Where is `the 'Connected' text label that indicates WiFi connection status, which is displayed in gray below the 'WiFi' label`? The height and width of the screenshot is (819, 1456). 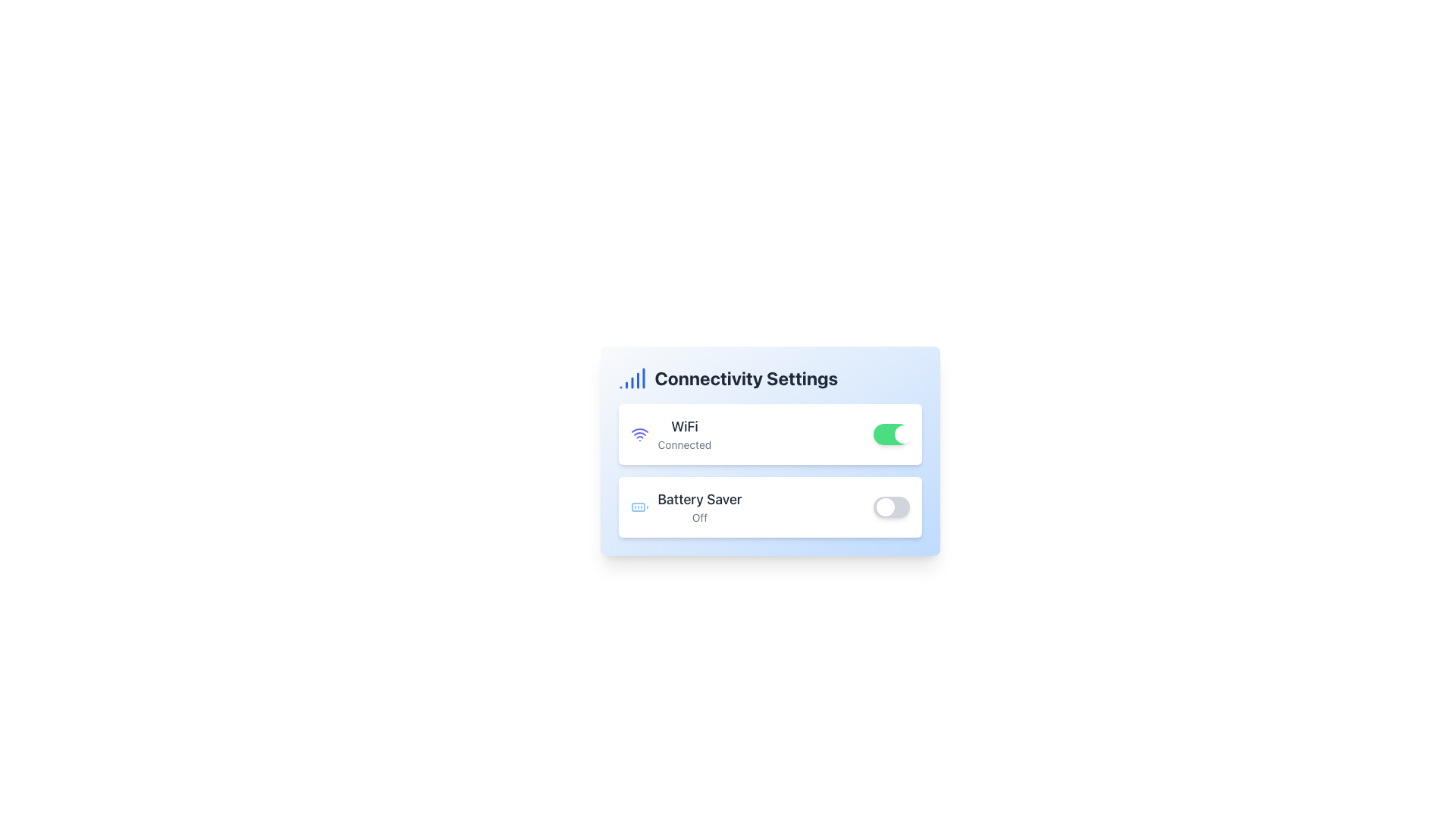
the 'Connected' text label that indicates WiFi connection status, which is displayed in gray below the 'WiFi' label is located at coordinates (683, 444).